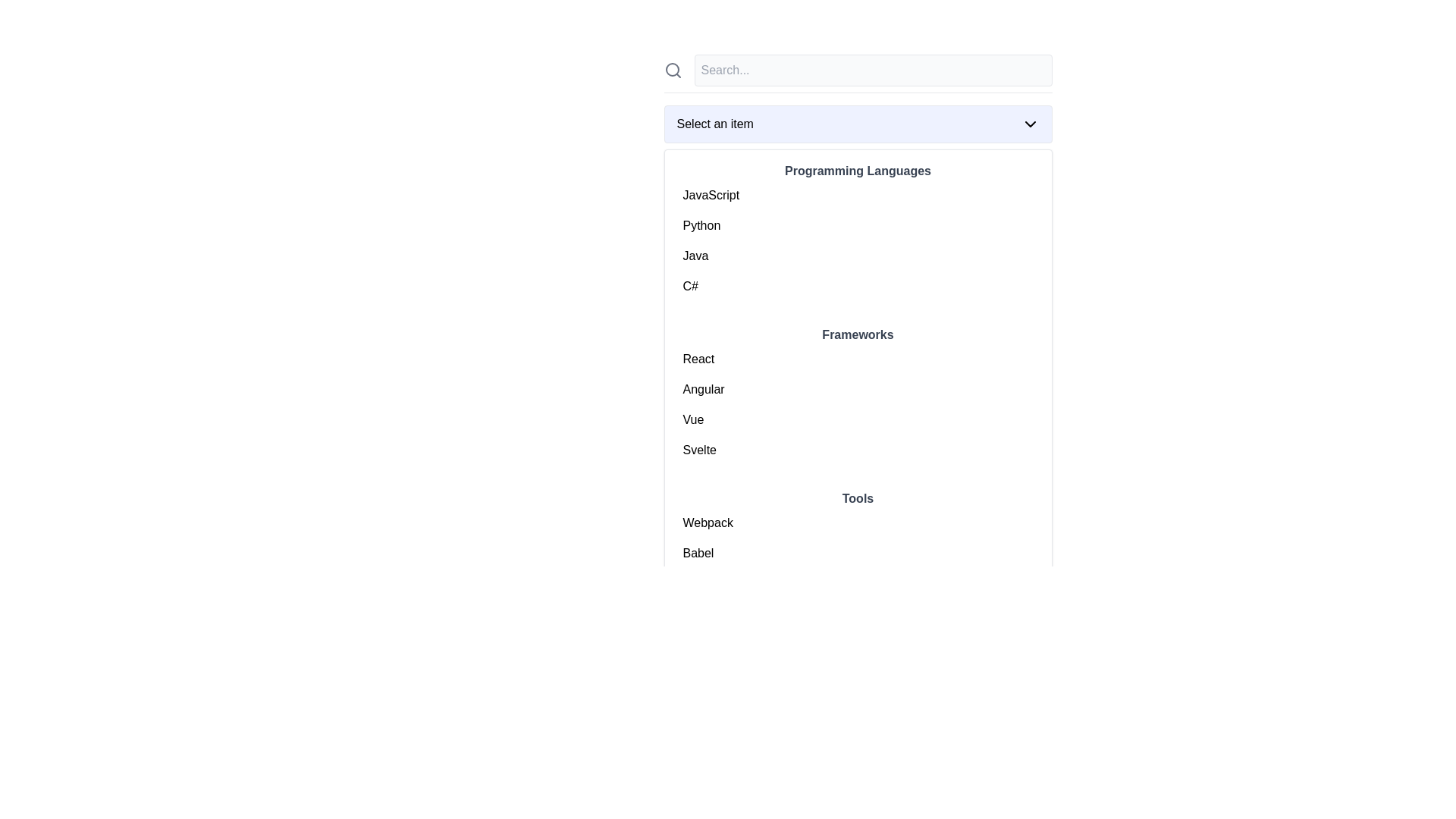 This screenshot has width=1456, height=819. What do you see at coordinates (1030, 124) in the screenshot?
I see `the chevron-down icon located at the far right of the 'Select an item' button` at bounding box center [1030, 124].